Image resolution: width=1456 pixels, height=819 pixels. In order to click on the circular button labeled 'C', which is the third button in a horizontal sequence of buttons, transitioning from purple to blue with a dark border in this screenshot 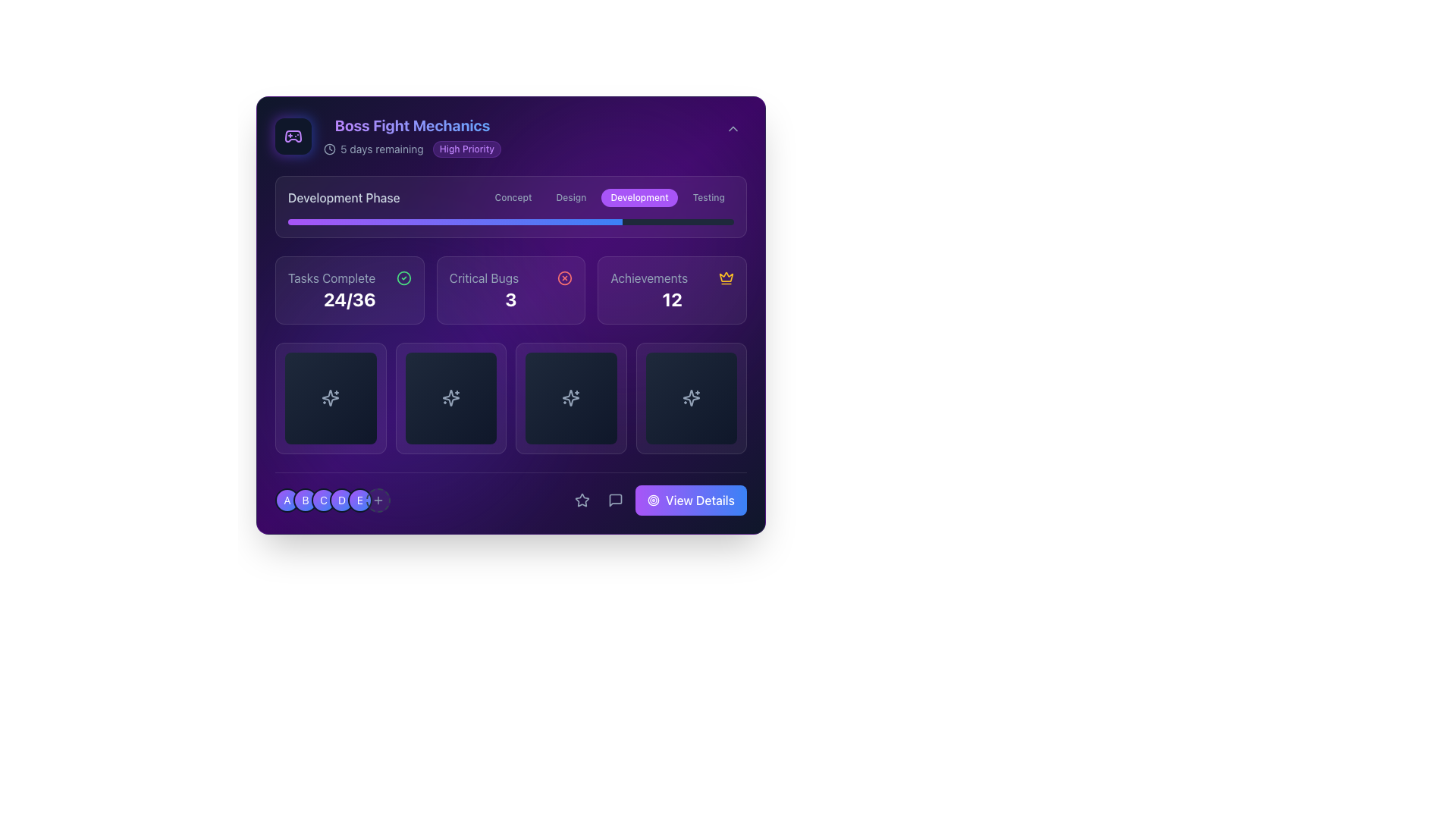, I will do `click(323, 500)`.